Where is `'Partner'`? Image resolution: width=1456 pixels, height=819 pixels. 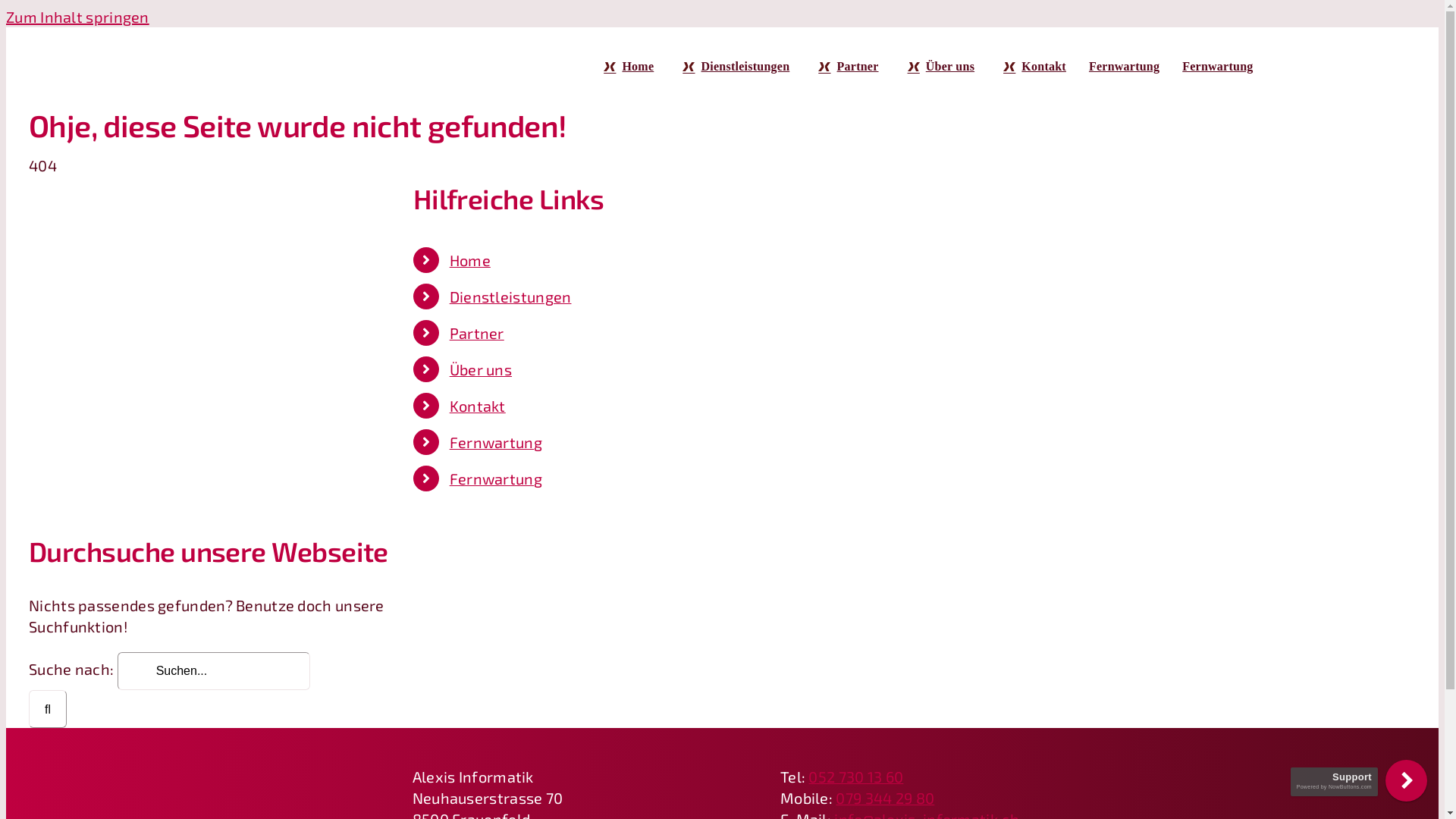
'Partner' is located at coordinates (475, 332).